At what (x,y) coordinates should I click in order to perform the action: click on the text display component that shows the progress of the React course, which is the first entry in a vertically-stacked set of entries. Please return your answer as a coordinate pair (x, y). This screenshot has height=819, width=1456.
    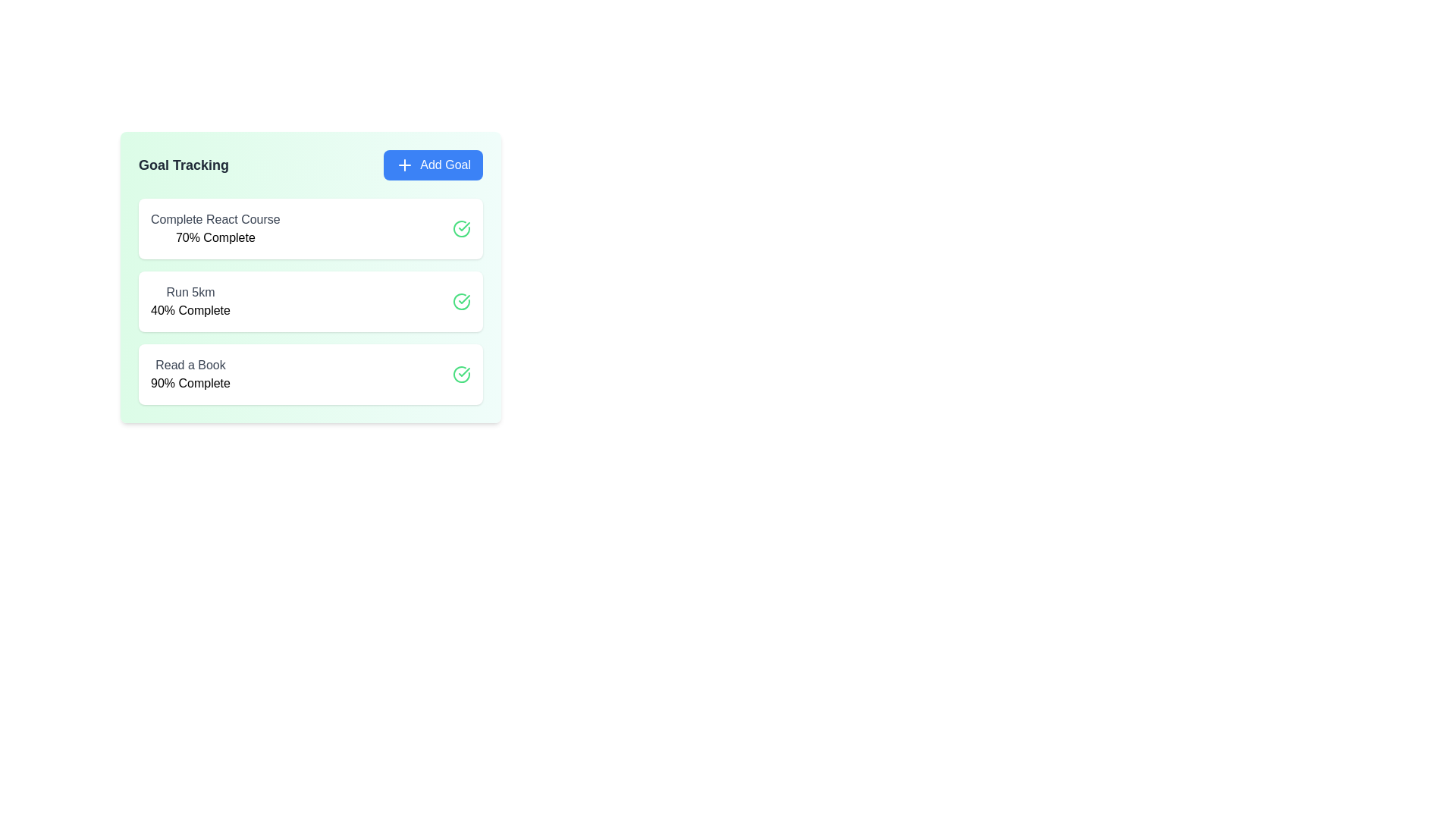
    Looking at the image, I should click on (215, 228).